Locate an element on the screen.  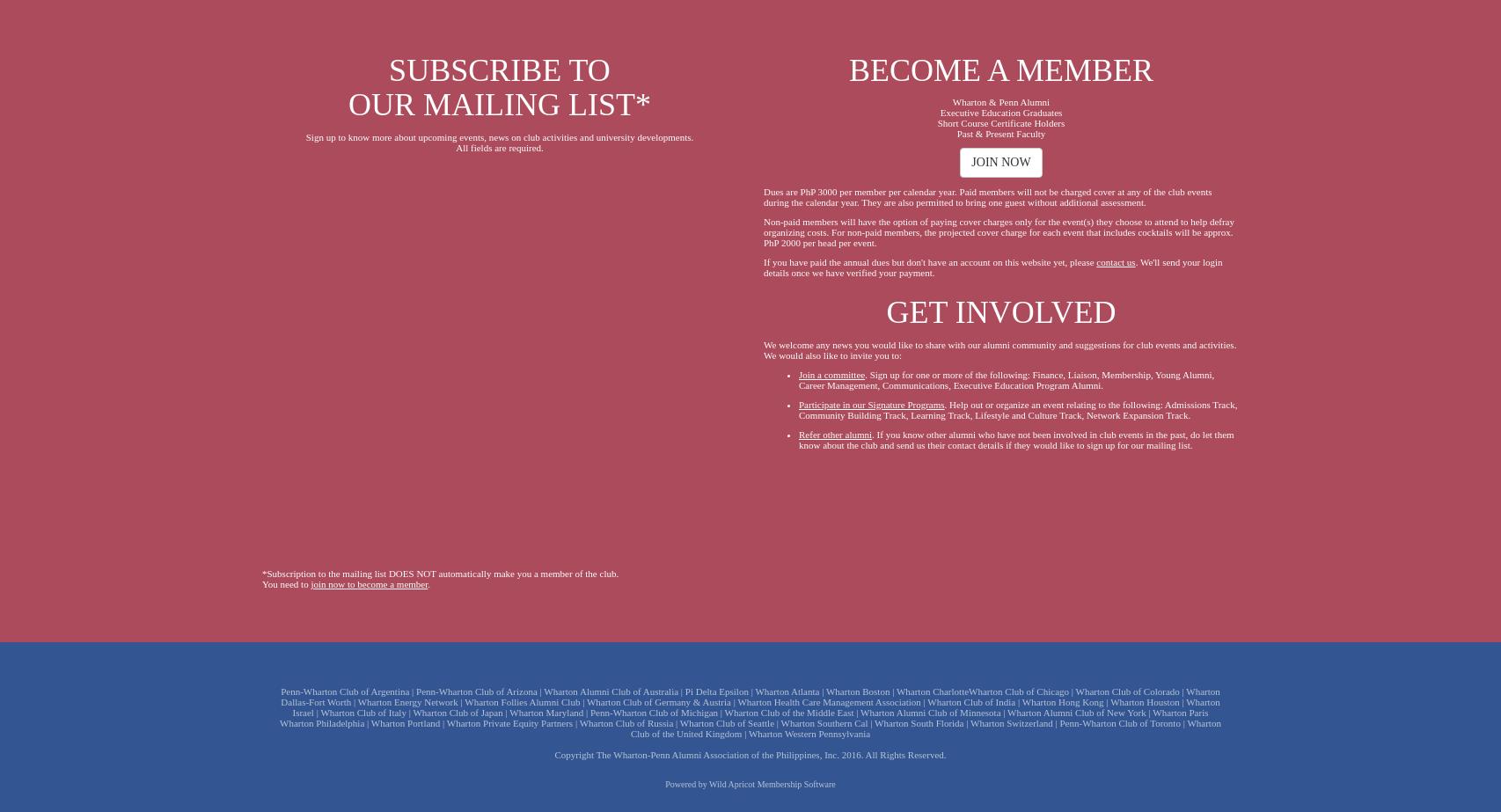
'Wharton Club of the Middle East' is located at coordinates (788, 711).